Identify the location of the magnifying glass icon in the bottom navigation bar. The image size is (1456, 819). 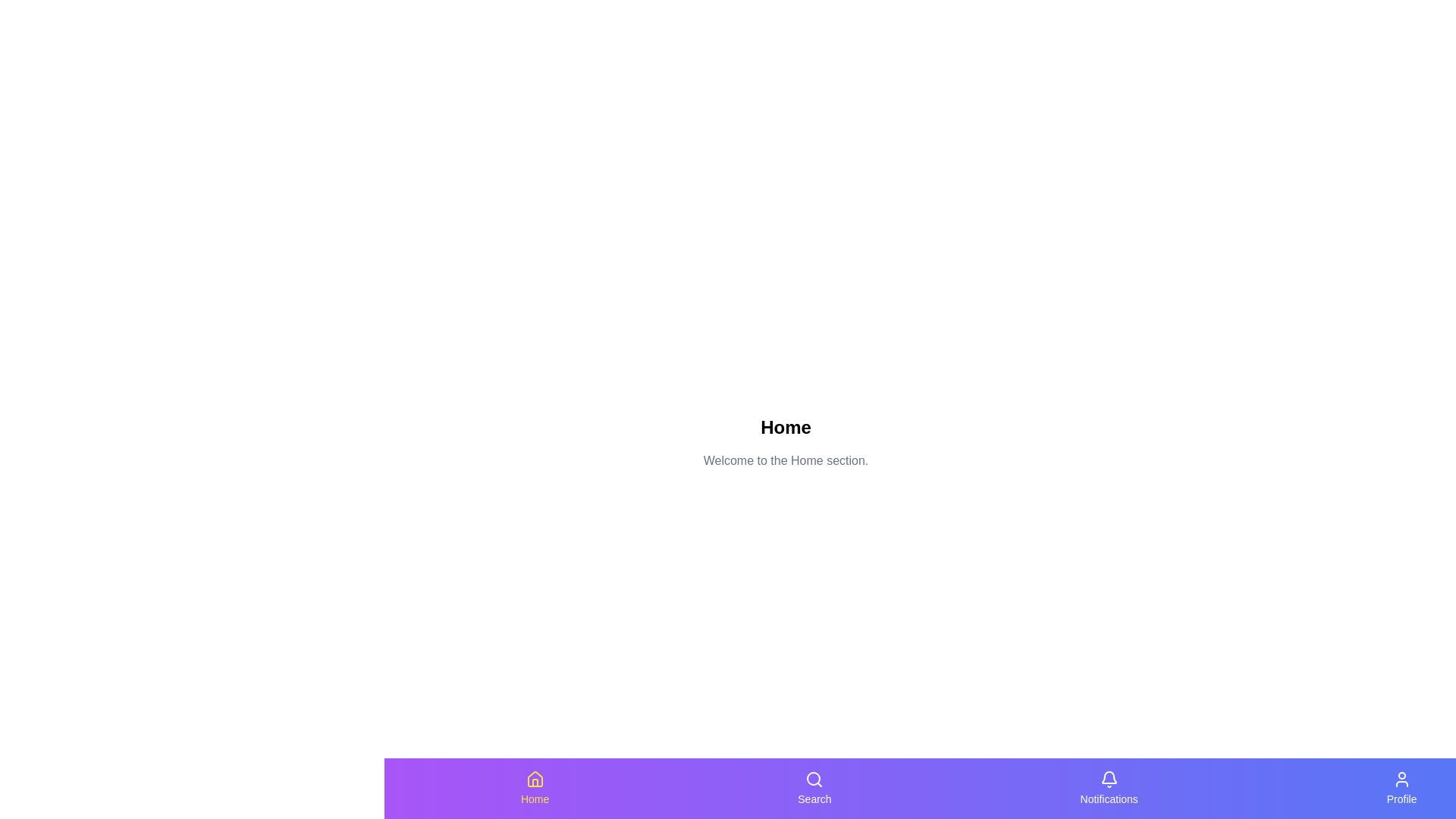
(814, 780).